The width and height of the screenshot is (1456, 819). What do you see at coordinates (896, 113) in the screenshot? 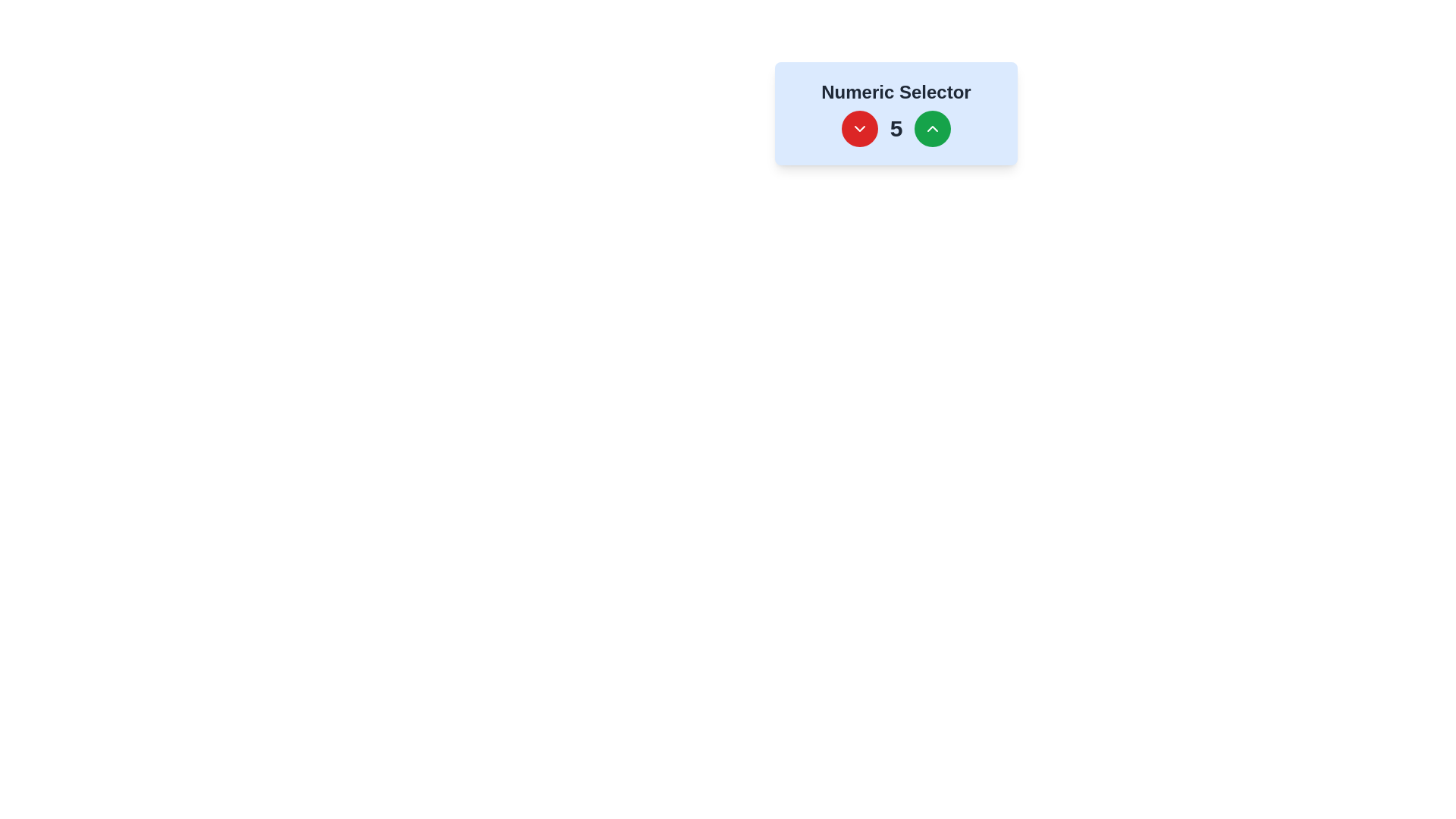
I see `the green button on the numeric selector component to increase the displayed number` at bounding box center [896, 113].